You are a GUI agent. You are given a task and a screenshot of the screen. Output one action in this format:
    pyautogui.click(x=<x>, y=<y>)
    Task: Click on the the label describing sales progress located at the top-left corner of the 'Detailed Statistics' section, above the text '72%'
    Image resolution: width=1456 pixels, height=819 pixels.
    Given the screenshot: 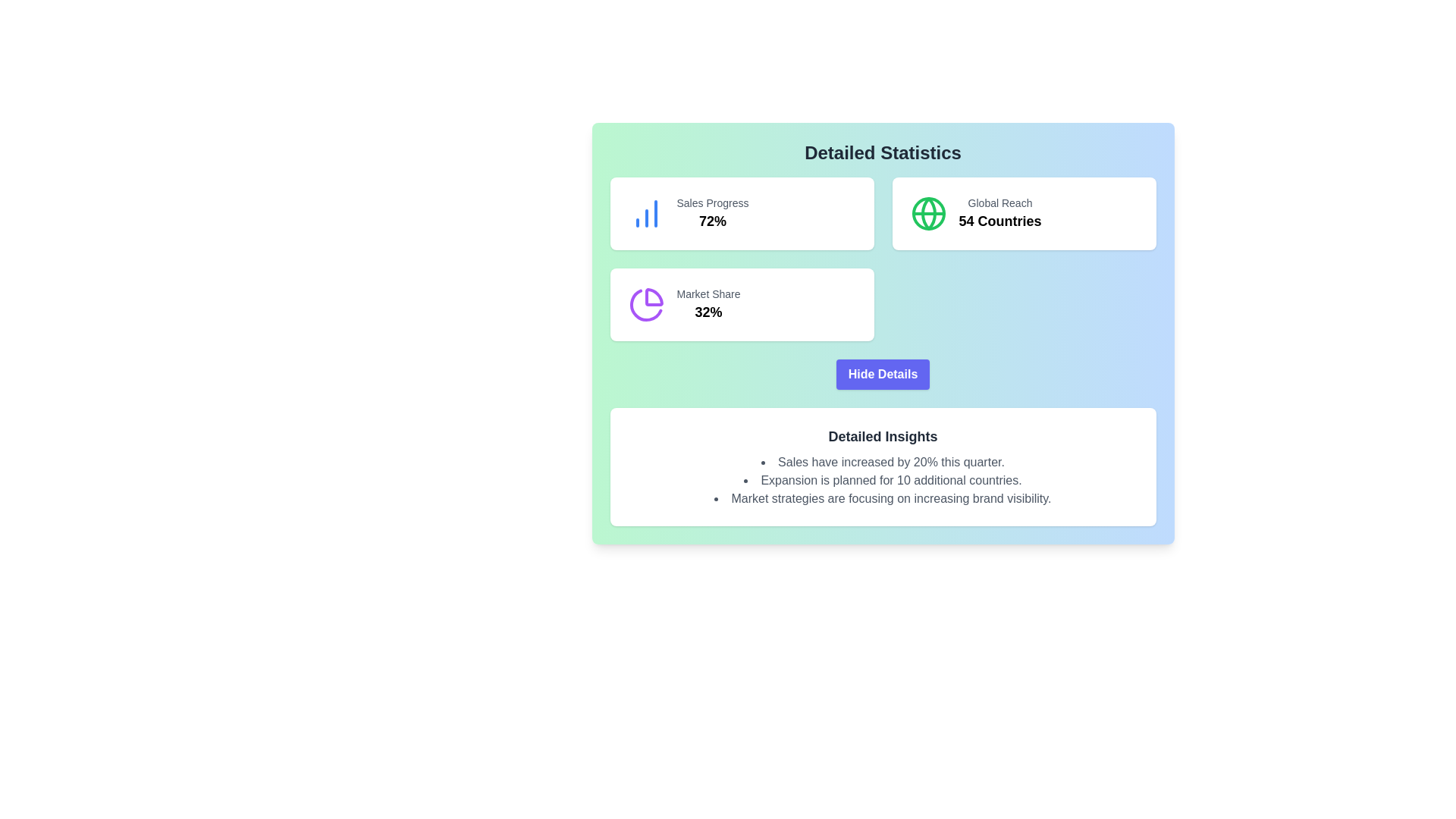 What is the action you would take?
    pyautogui.click(x=712, y=202)
    